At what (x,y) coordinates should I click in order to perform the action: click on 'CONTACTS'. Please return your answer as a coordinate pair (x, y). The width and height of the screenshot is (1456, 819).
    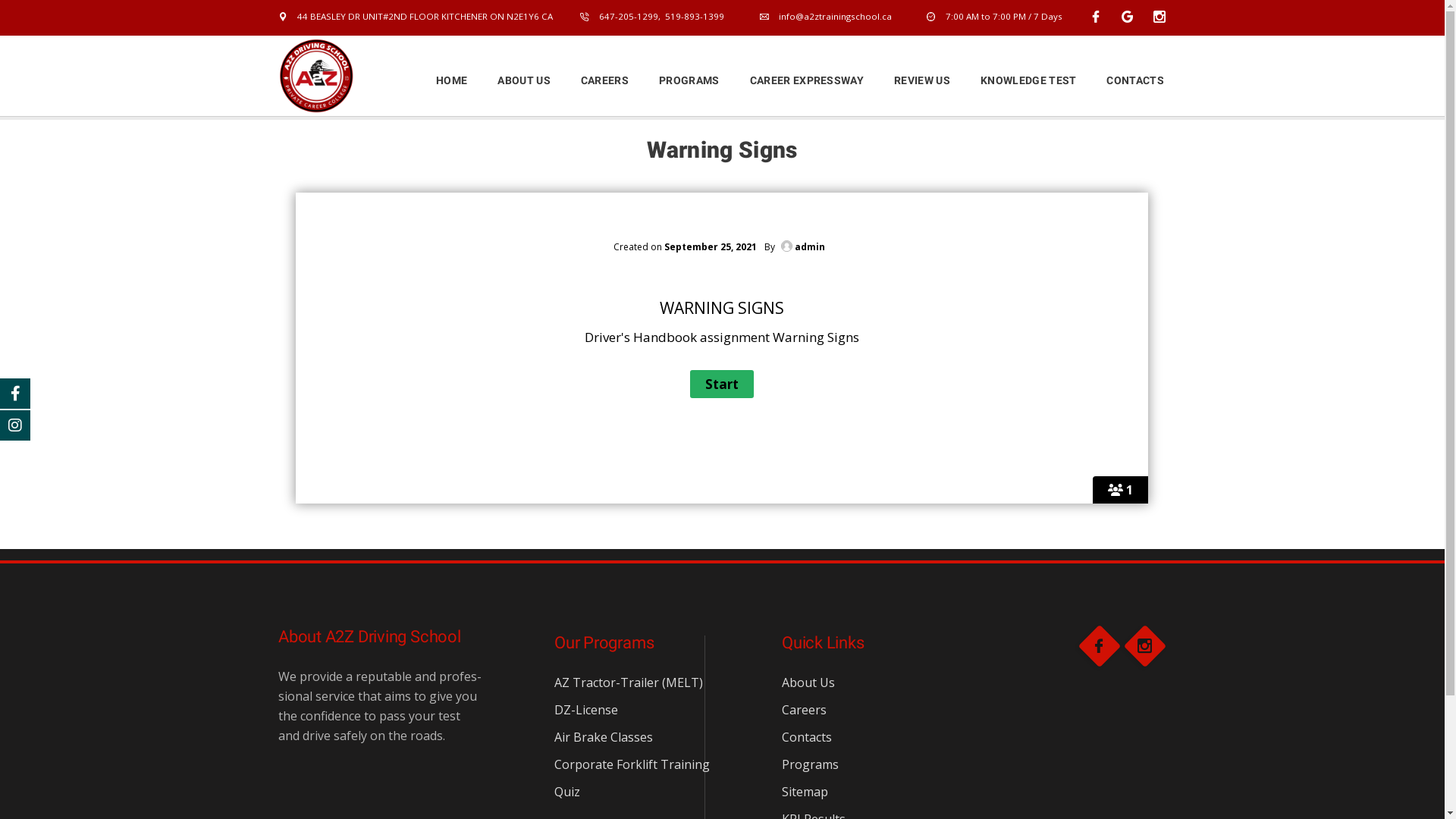
    Looking at the image, I should click on (1128, 80).